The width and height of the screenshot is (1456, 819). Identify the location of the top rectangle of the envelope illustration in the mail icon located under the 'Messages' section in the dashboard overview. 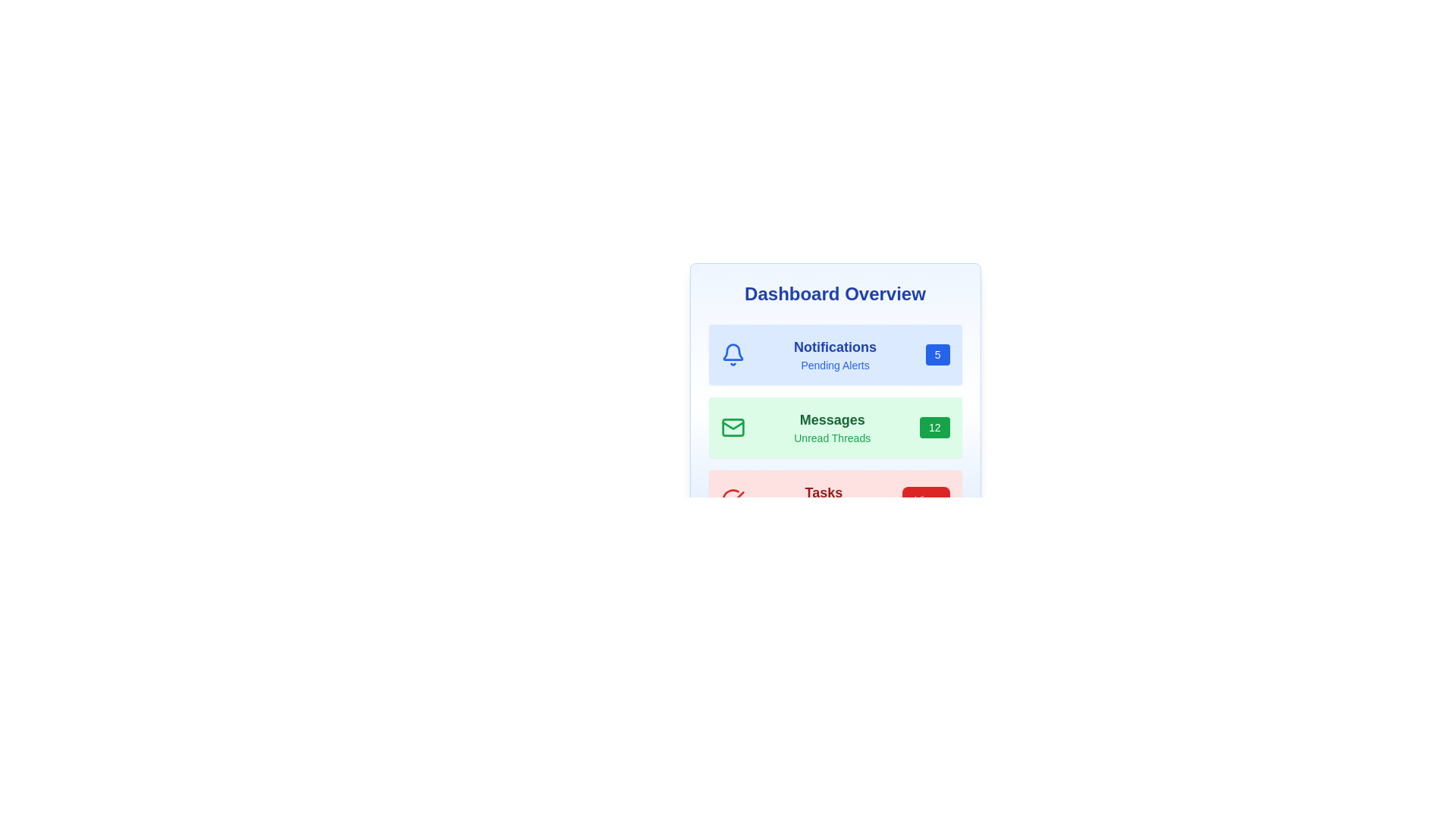
(733, 427).